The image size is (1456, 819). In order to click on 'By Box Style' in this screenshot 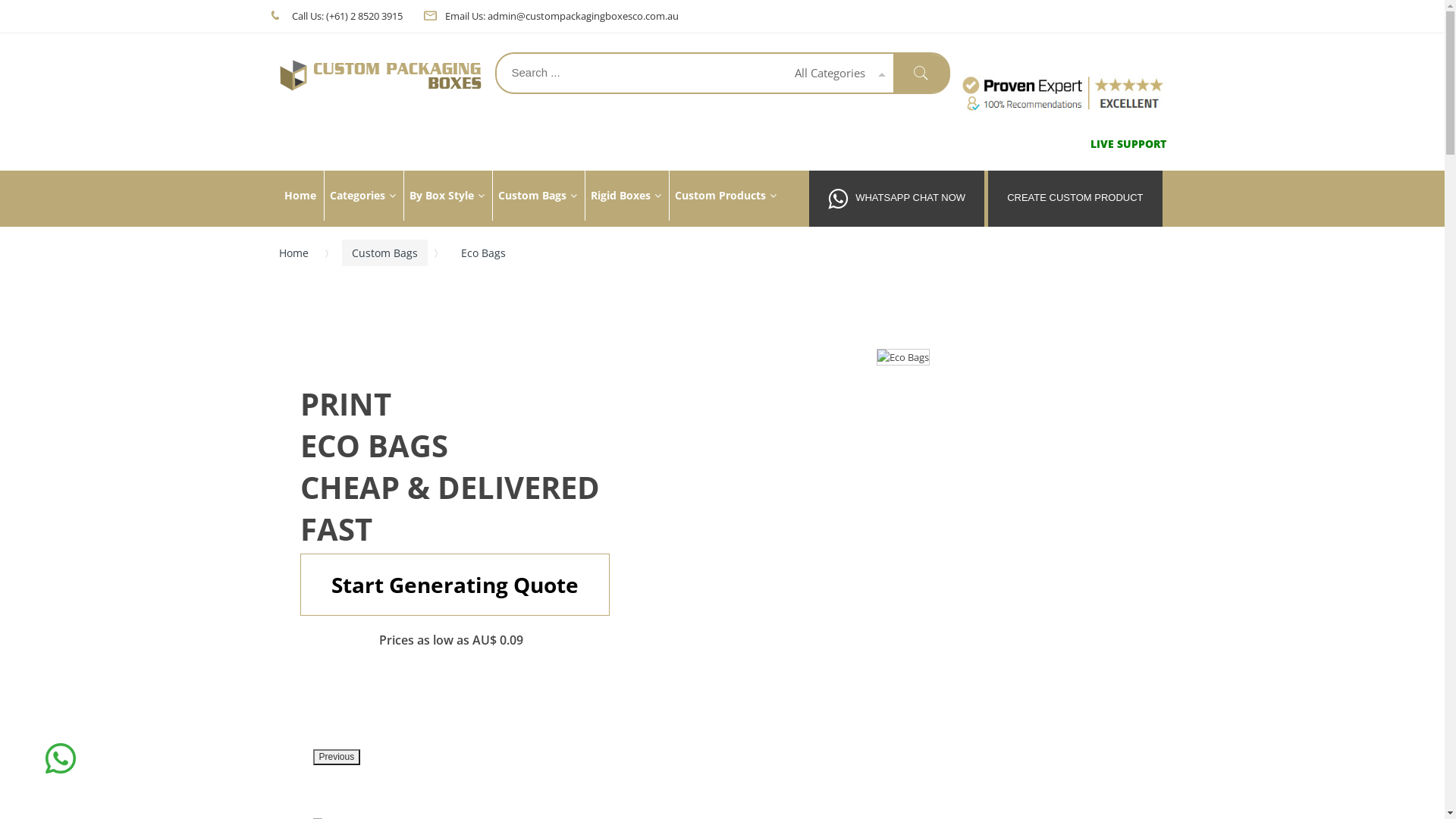, I will do `click(403, 195)`.